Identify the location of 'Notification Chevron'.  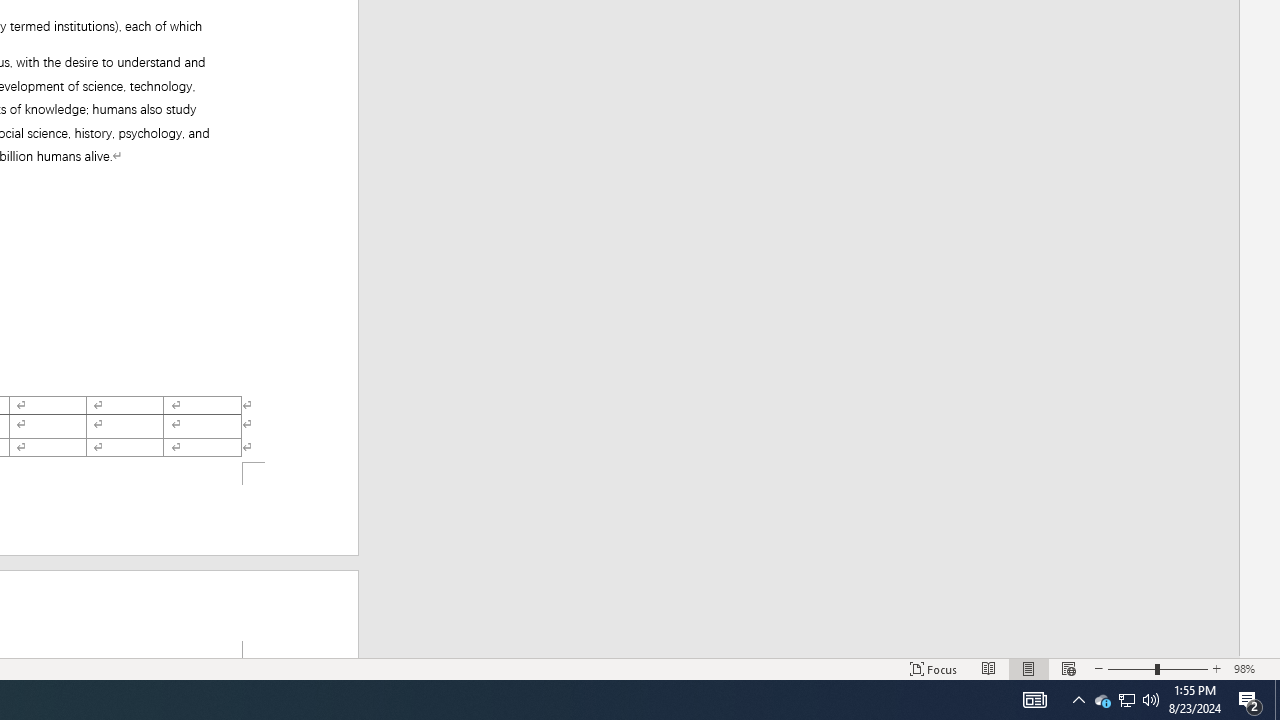
(1078, 698).